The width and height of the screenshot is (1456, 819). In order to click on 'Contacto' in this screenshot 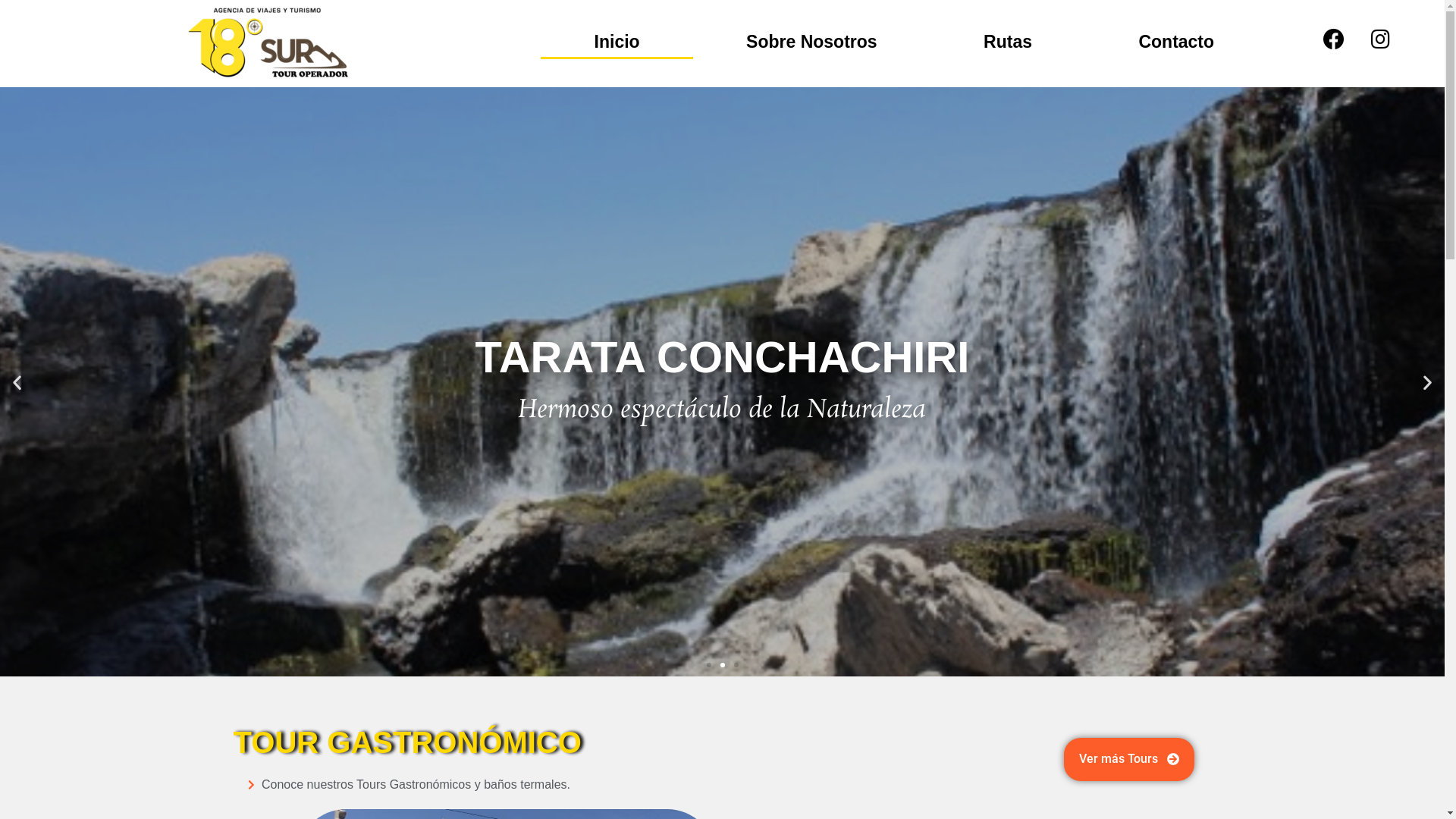, I will do `click(1175, 40)`.